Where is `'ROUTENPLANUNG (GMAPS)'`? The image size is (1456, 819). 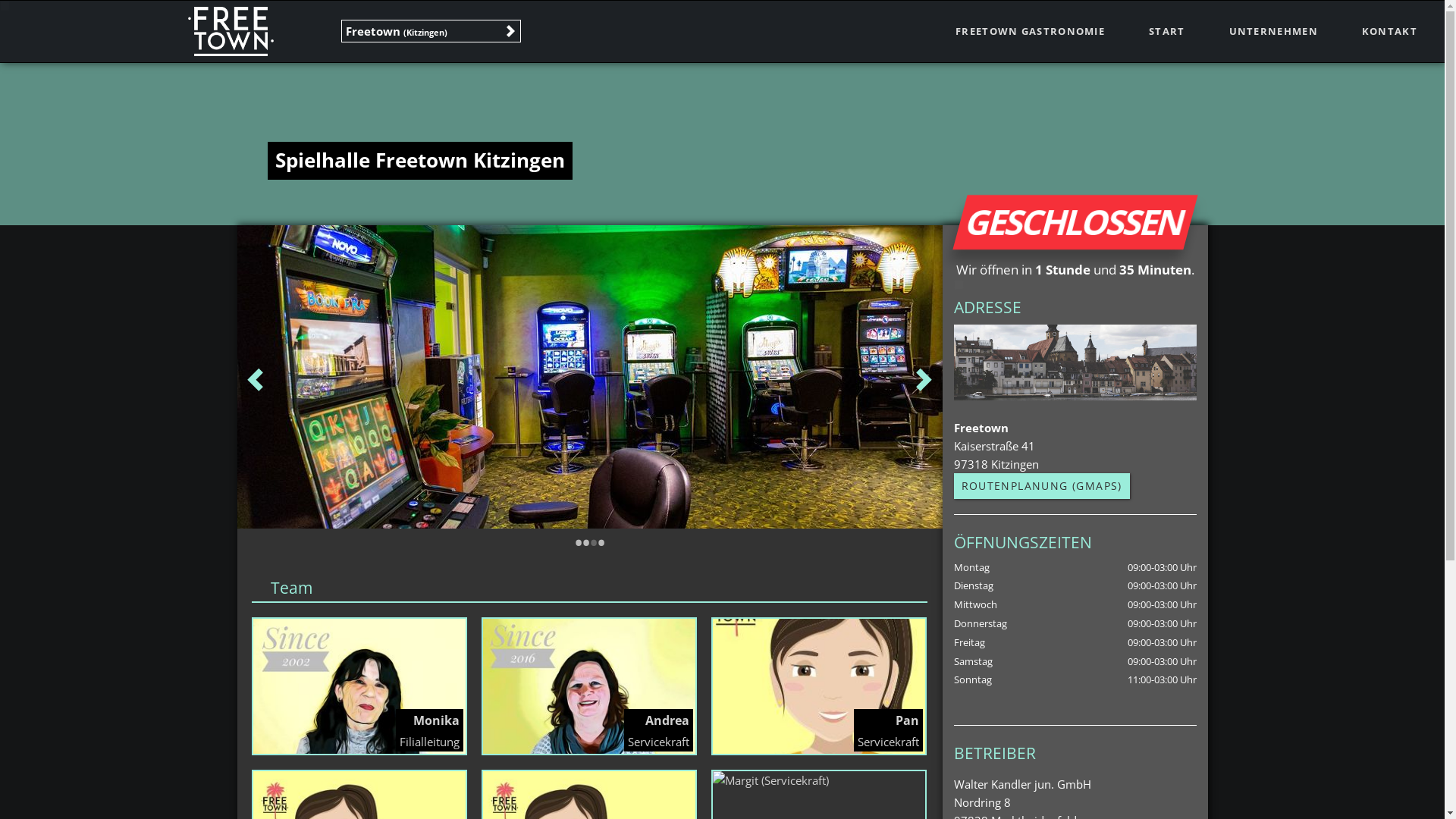
'ROUTENPLANUNG (GMAPS)' is located at coordinates (1040, 485).